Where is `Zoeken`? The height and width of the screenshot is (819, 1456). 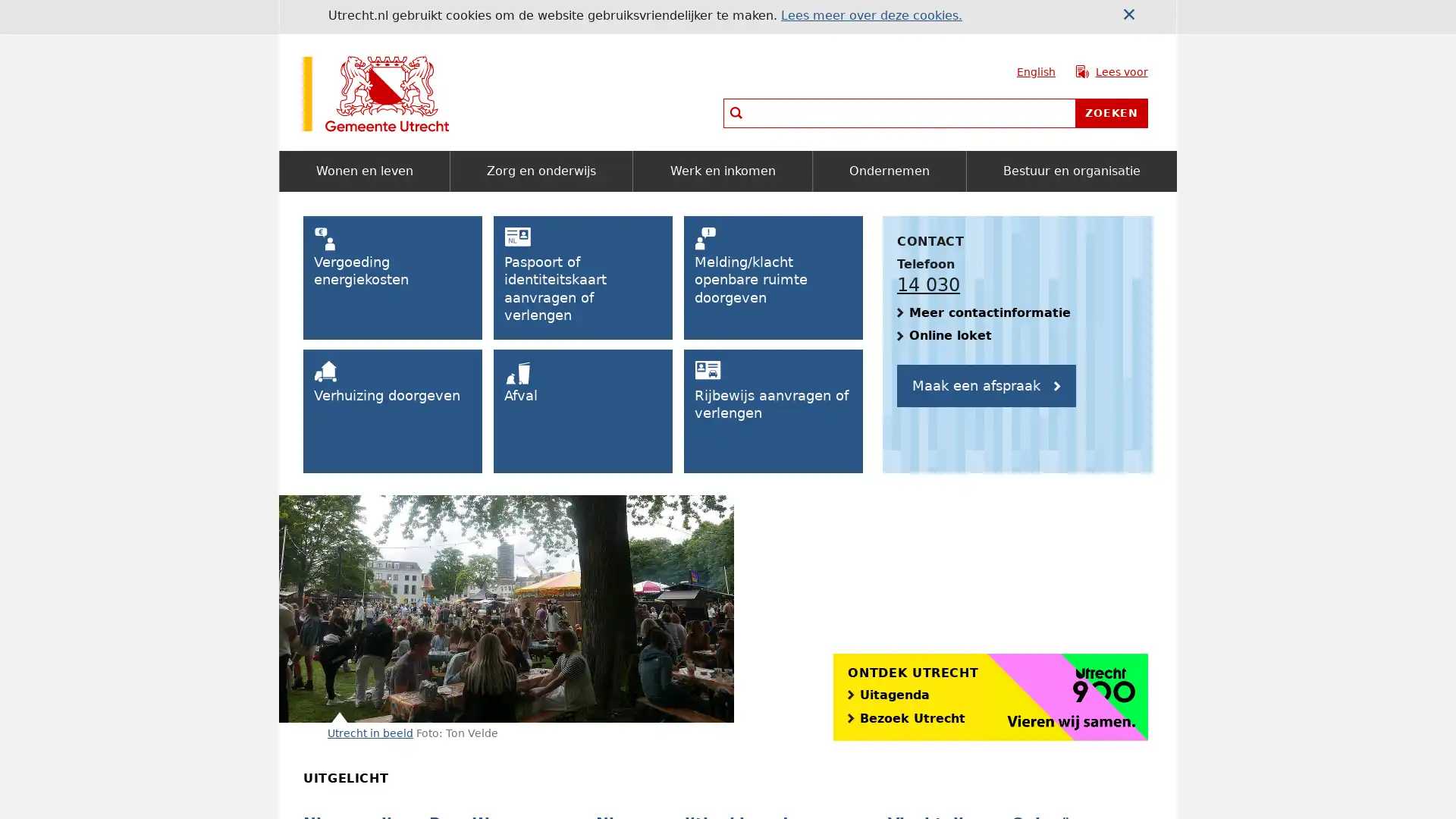 Zoeken is located at coordinates (1111, 112).